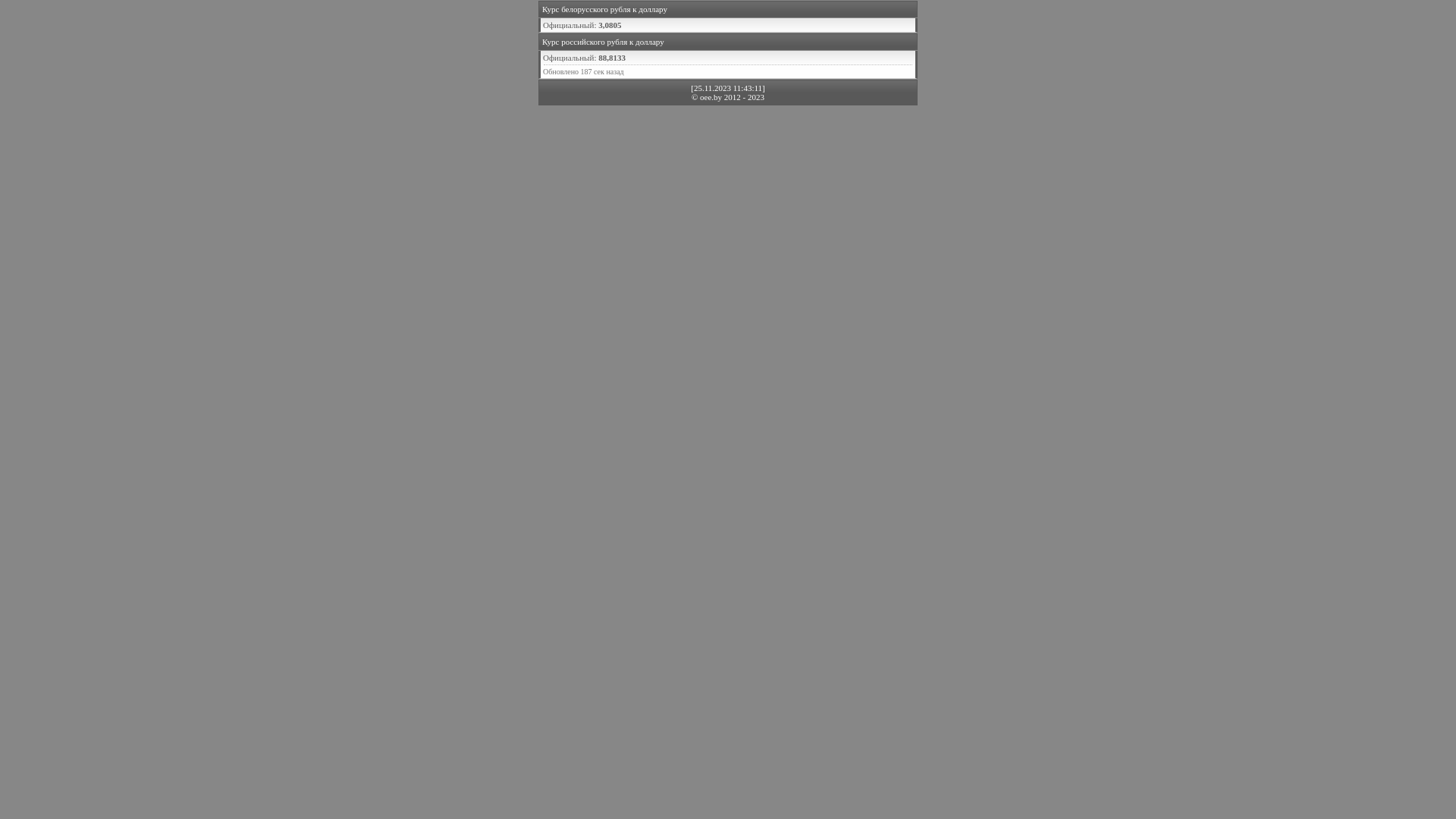 This screenshot has height=819, width=1456. I want to click on 'oee.by', so click(710, 96).